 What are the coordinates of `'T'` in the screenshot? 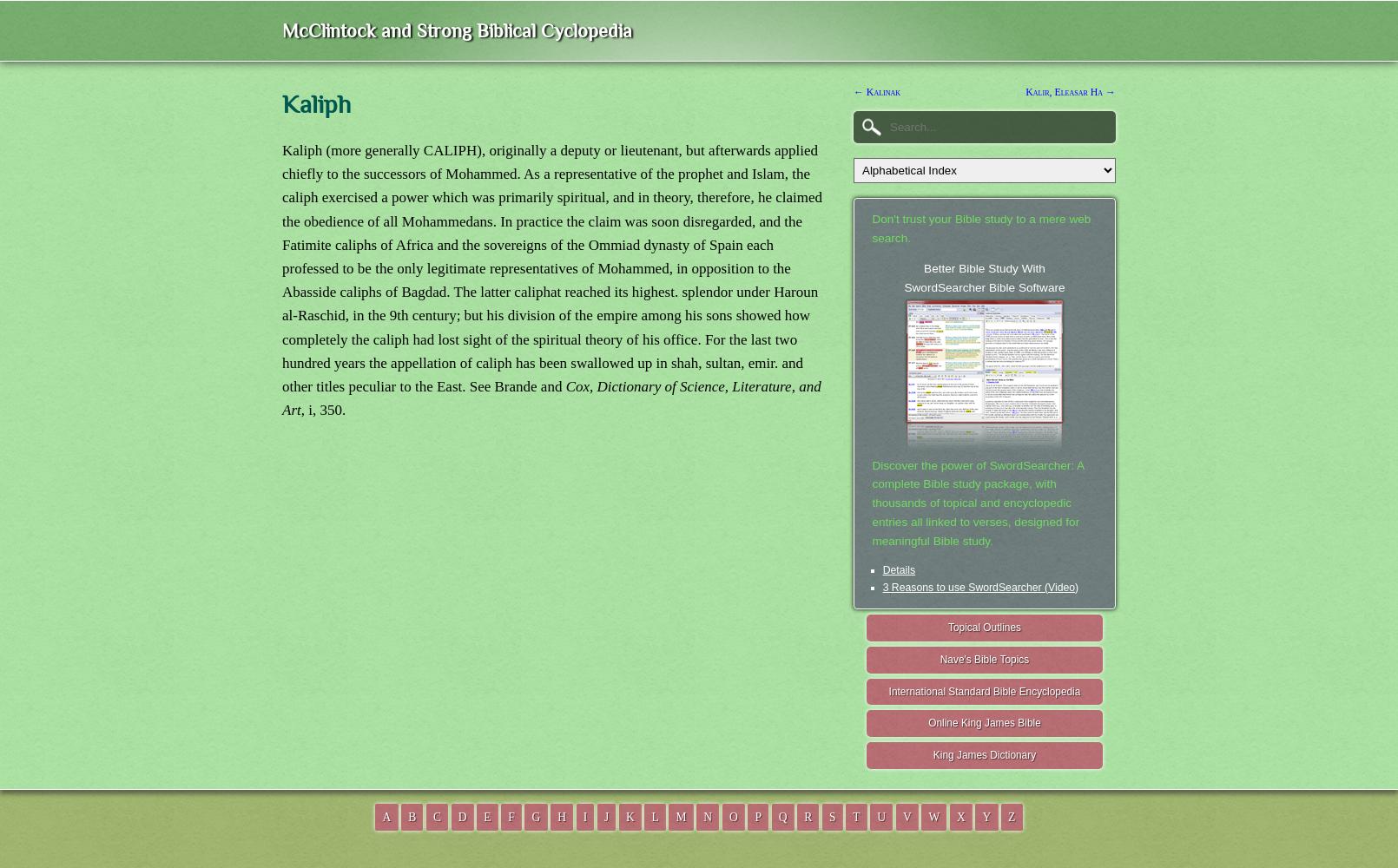 It's located at (854, 815).